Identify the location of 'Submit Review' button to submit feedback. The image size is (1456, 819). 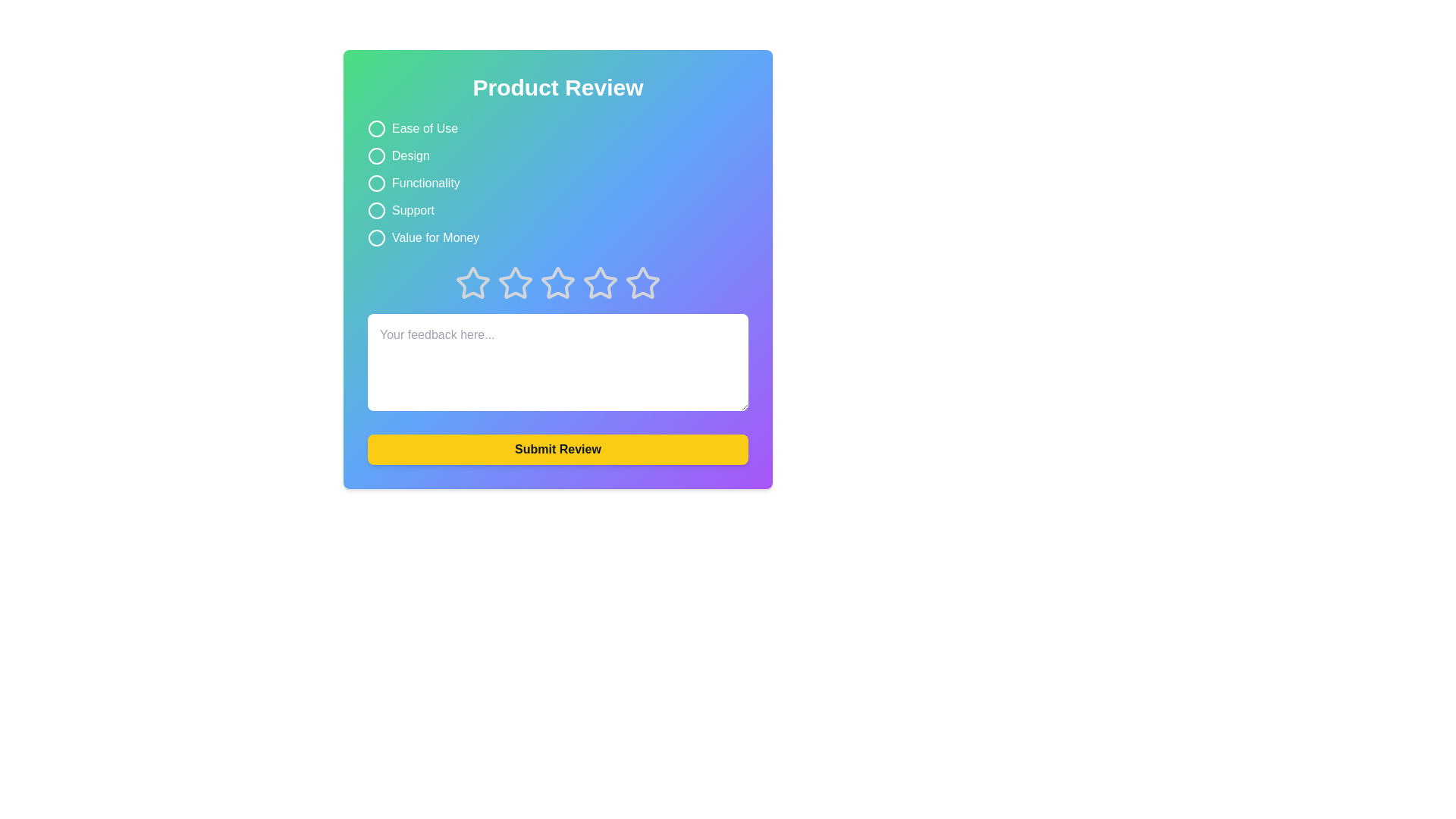
(557, 449).